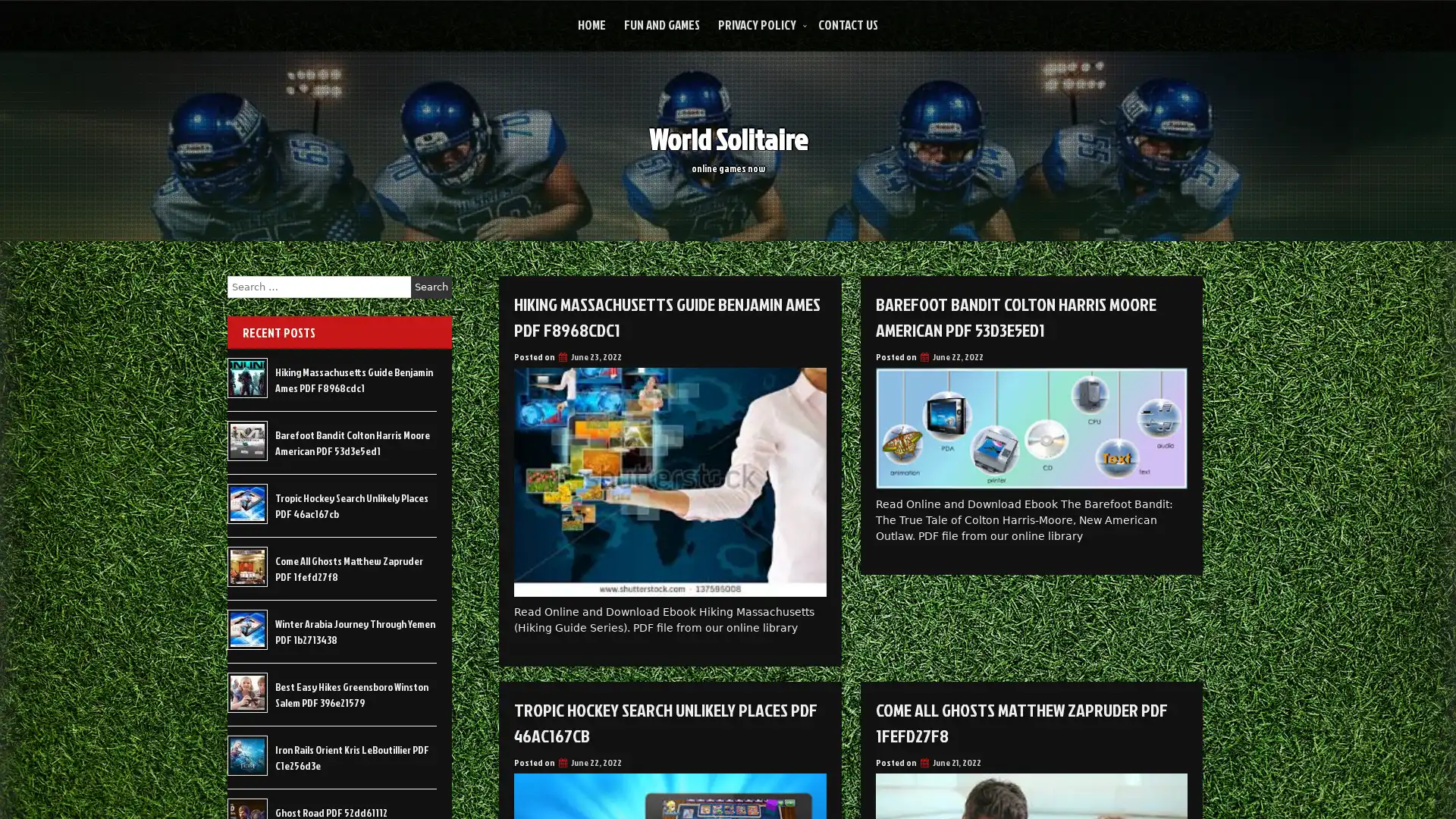  I want to click on Search, so click(431, 287).